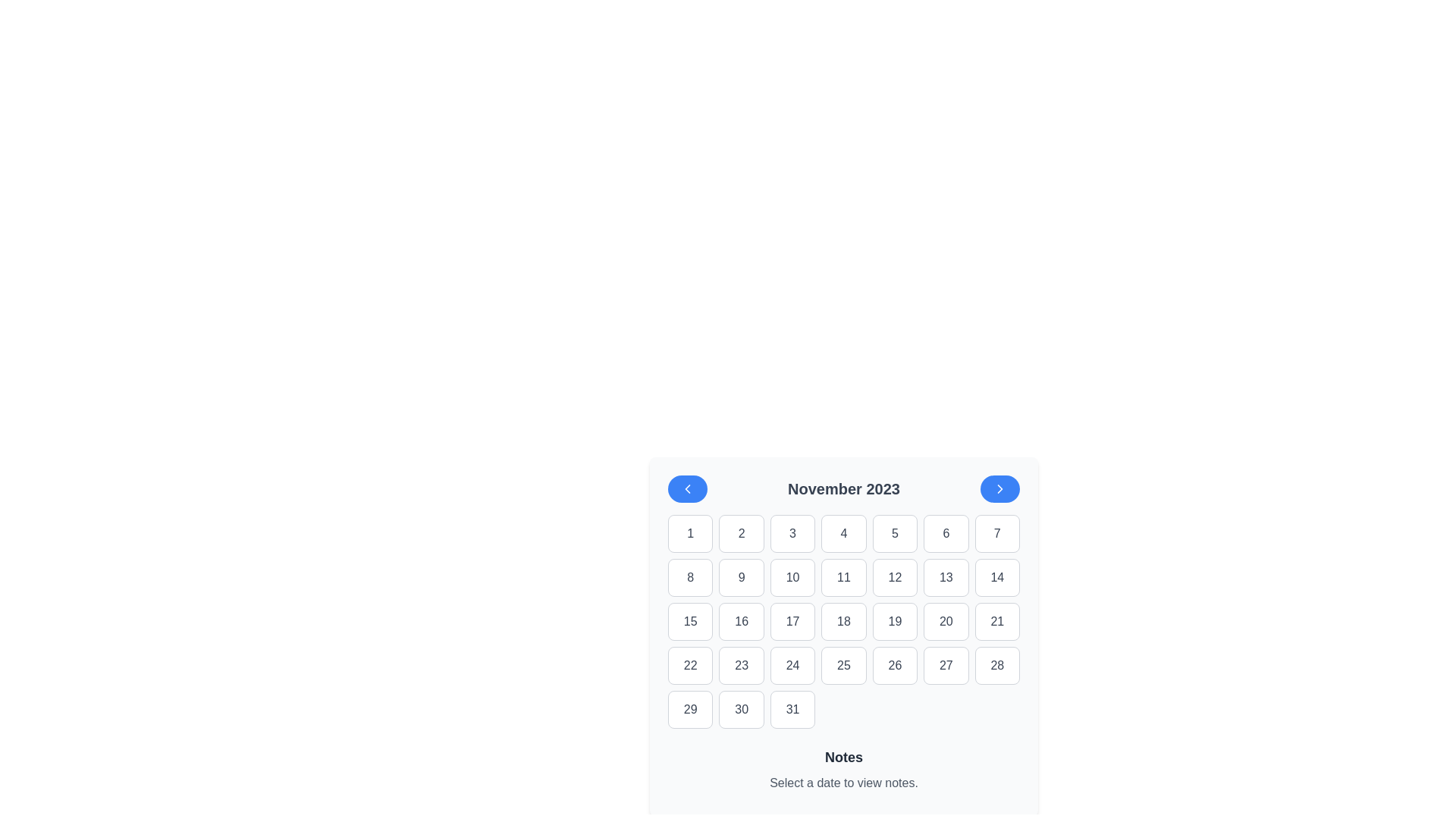 The image size is (1456, 819). Describe the element at coordinates (689, 578) in the screenshot. I see `the button representing the date '8' in the calendar interface` at that location.